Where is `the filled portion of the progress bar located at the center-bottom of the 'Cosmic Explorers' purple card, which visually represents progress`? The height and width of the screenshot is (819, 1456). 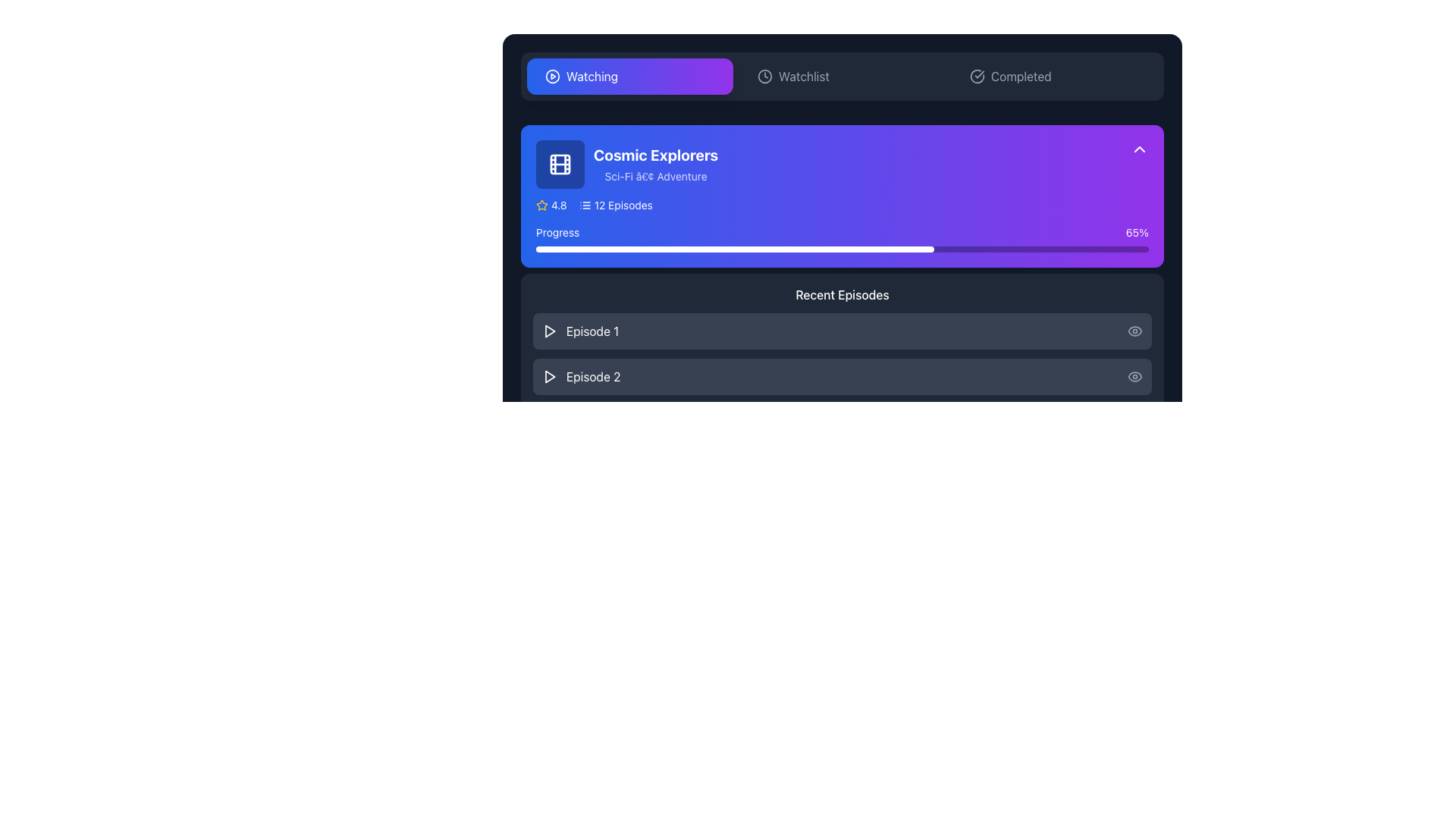
the filled portion of the progress bar located at the center-bottom of the 'Cosmic Explorers' purple card, which visually represents progress is located at coordinates (735, 248).